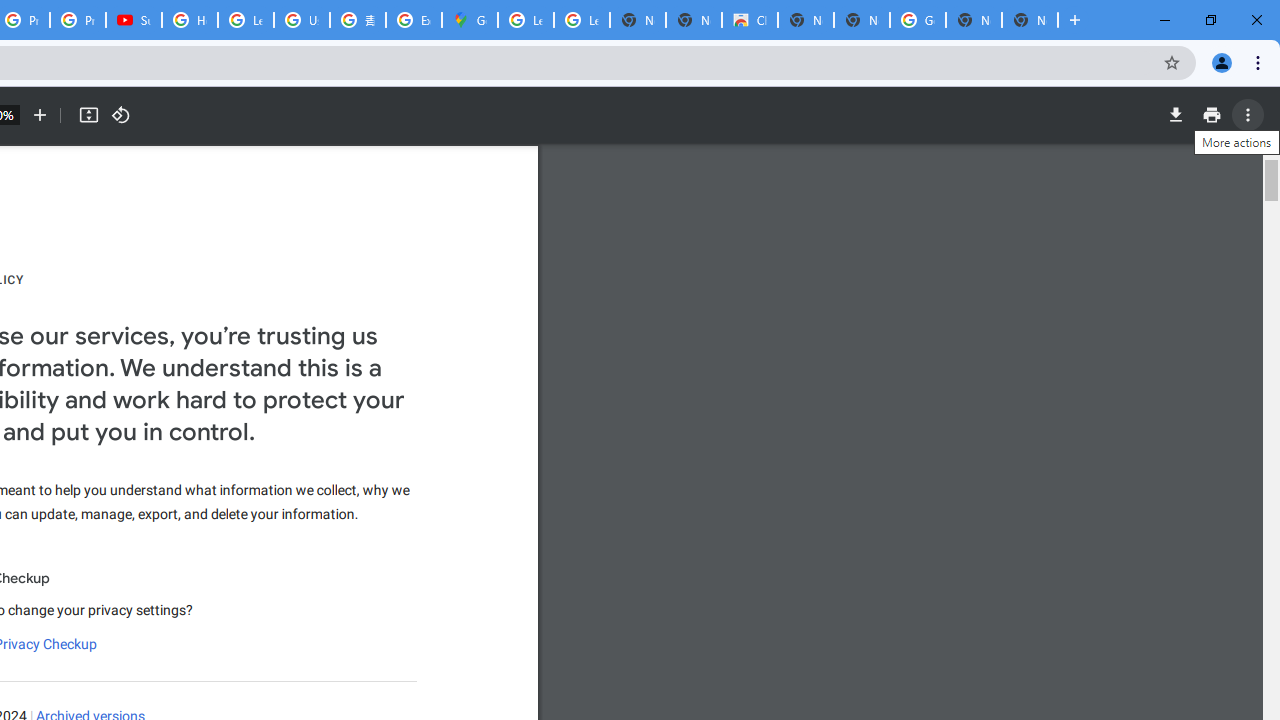 The image size is (1280, 720). What do you see at coordinates (1175, 115) in the screenshot?
I see `'Download'` at bounding box center [1175, 115].